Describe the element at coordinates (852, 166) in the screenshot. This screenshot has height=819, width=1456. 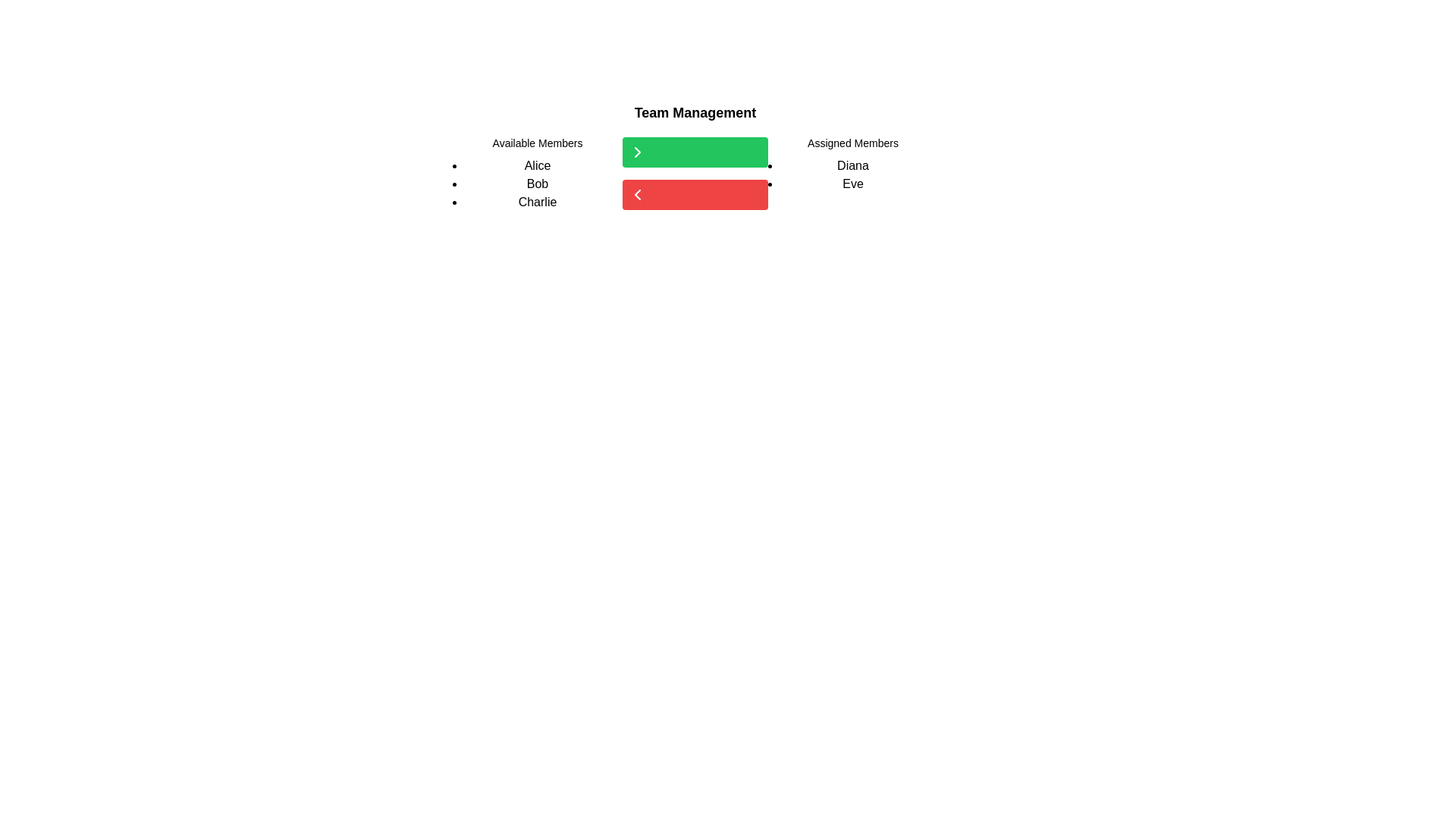
I see `the text element representing the name 'Diana', which is the first item in the 'Assigned Members' section` at that location.